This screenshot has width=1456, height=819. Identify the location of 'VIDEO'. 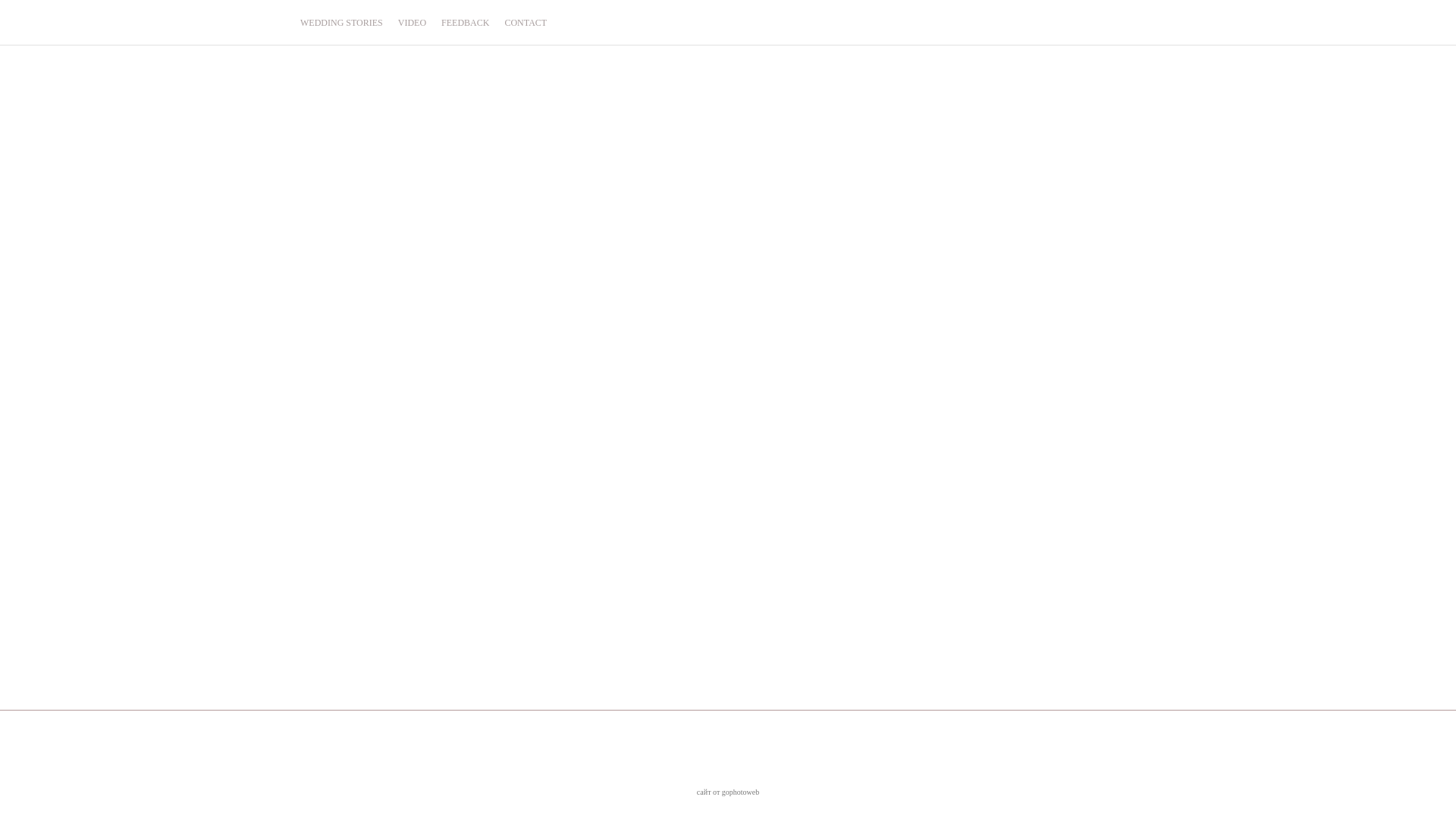
(412, 22).